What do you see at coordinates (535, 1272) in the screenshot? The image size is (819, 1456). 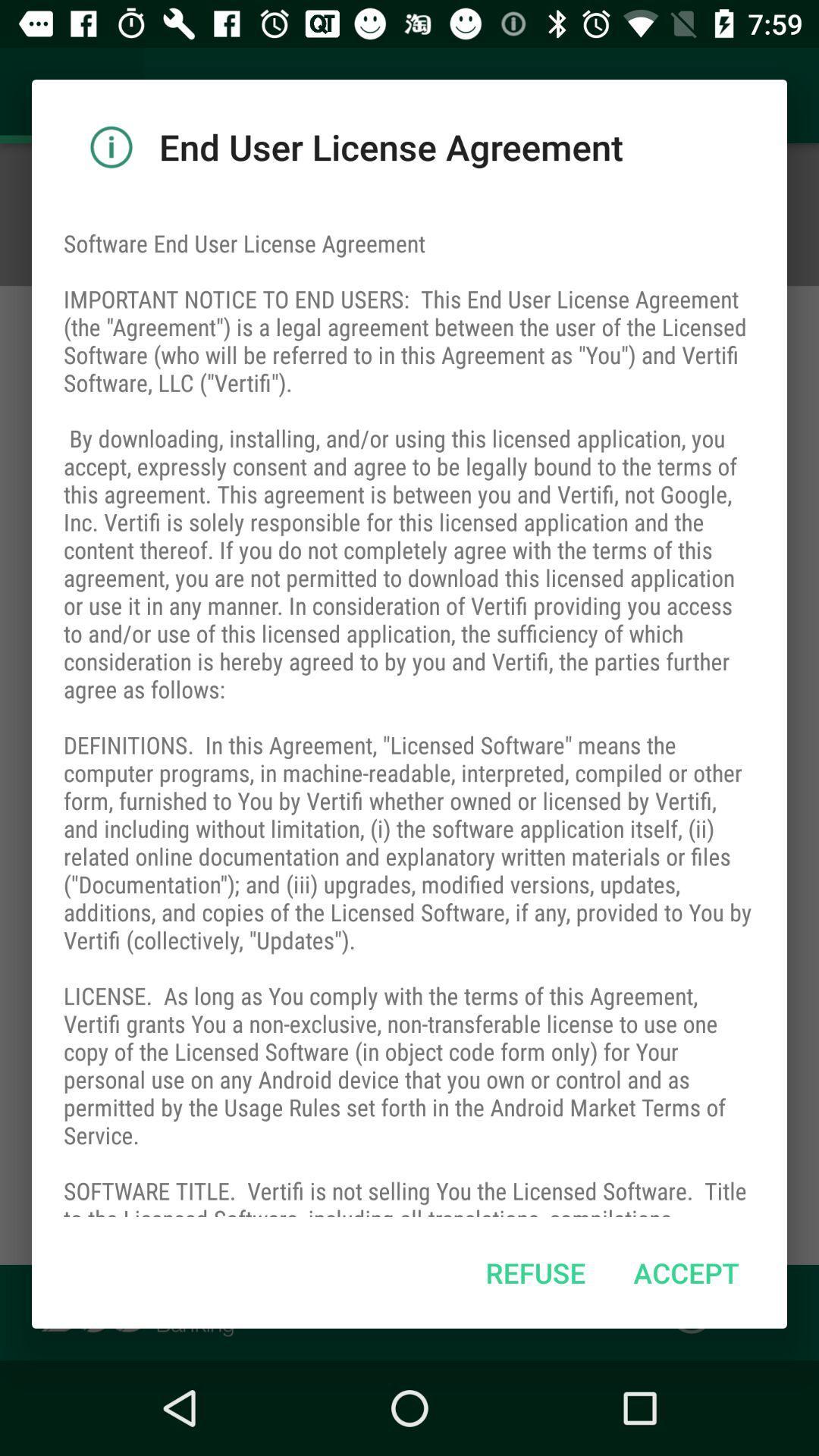 I see `refuse icon` at bounding box center [535, 1272].